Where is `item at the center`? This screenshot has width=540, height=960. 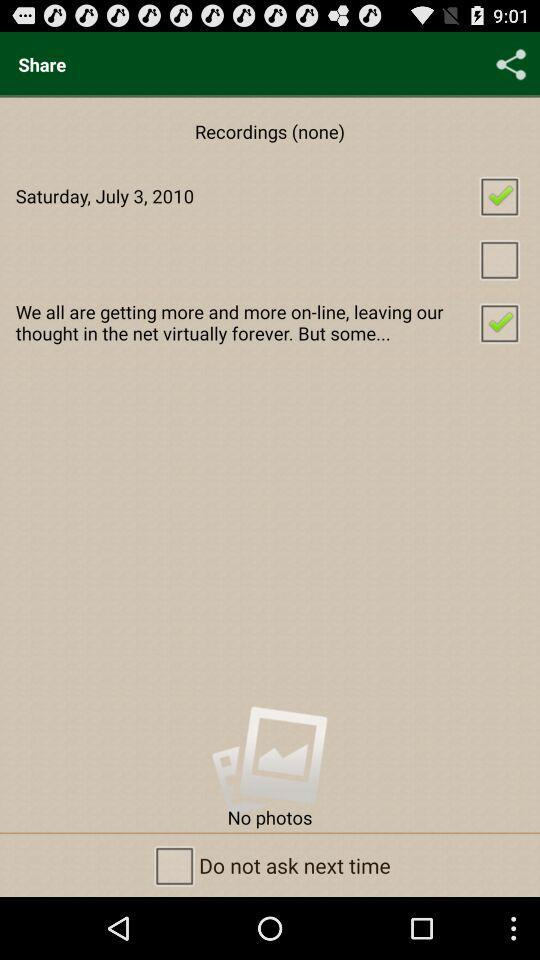
item at the center is located at coordinates (270, 322).